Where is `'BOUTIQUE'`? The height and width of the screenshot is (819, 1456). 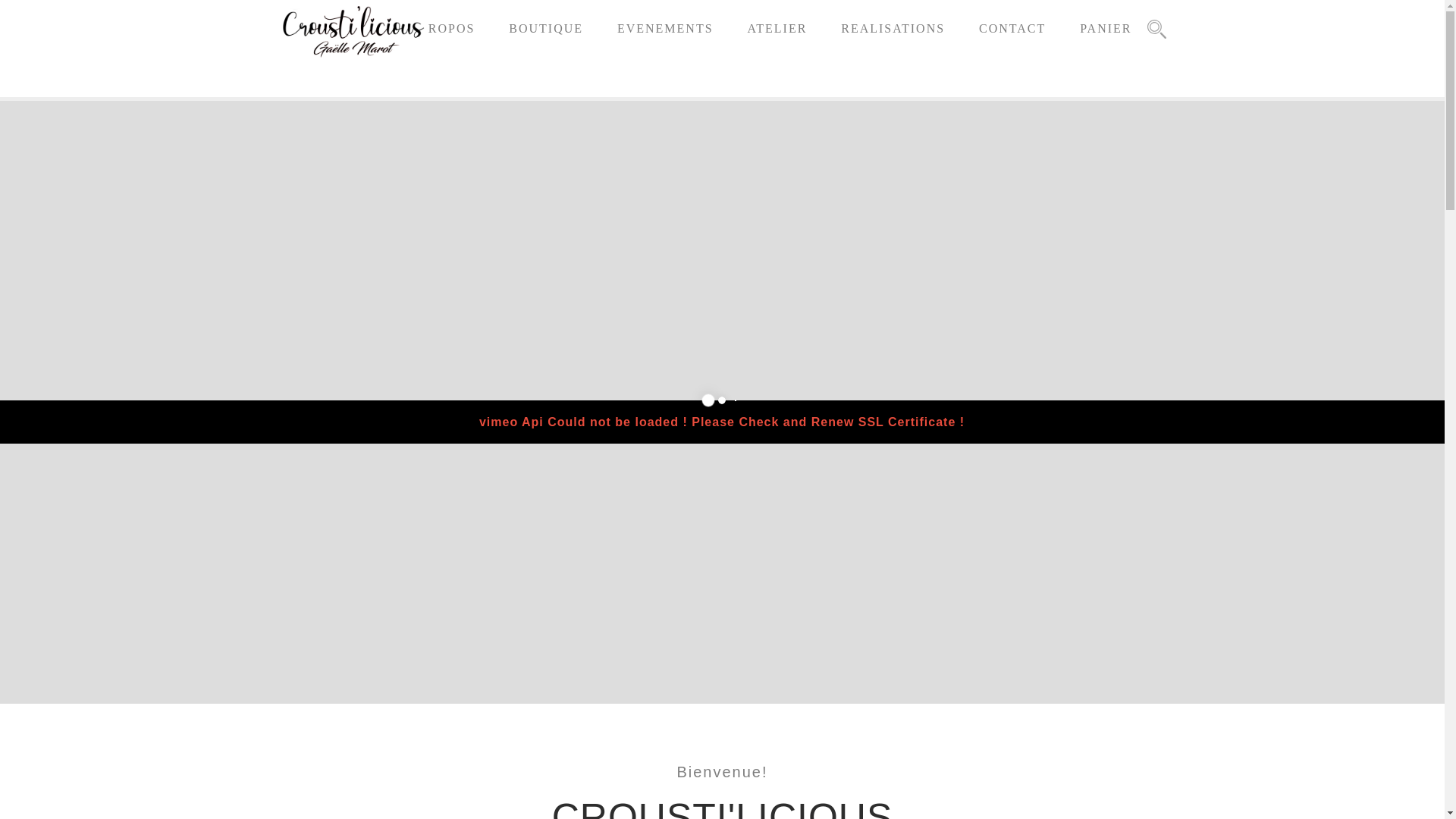 'BOUTIQUE' is located at coordinates (546, 28).